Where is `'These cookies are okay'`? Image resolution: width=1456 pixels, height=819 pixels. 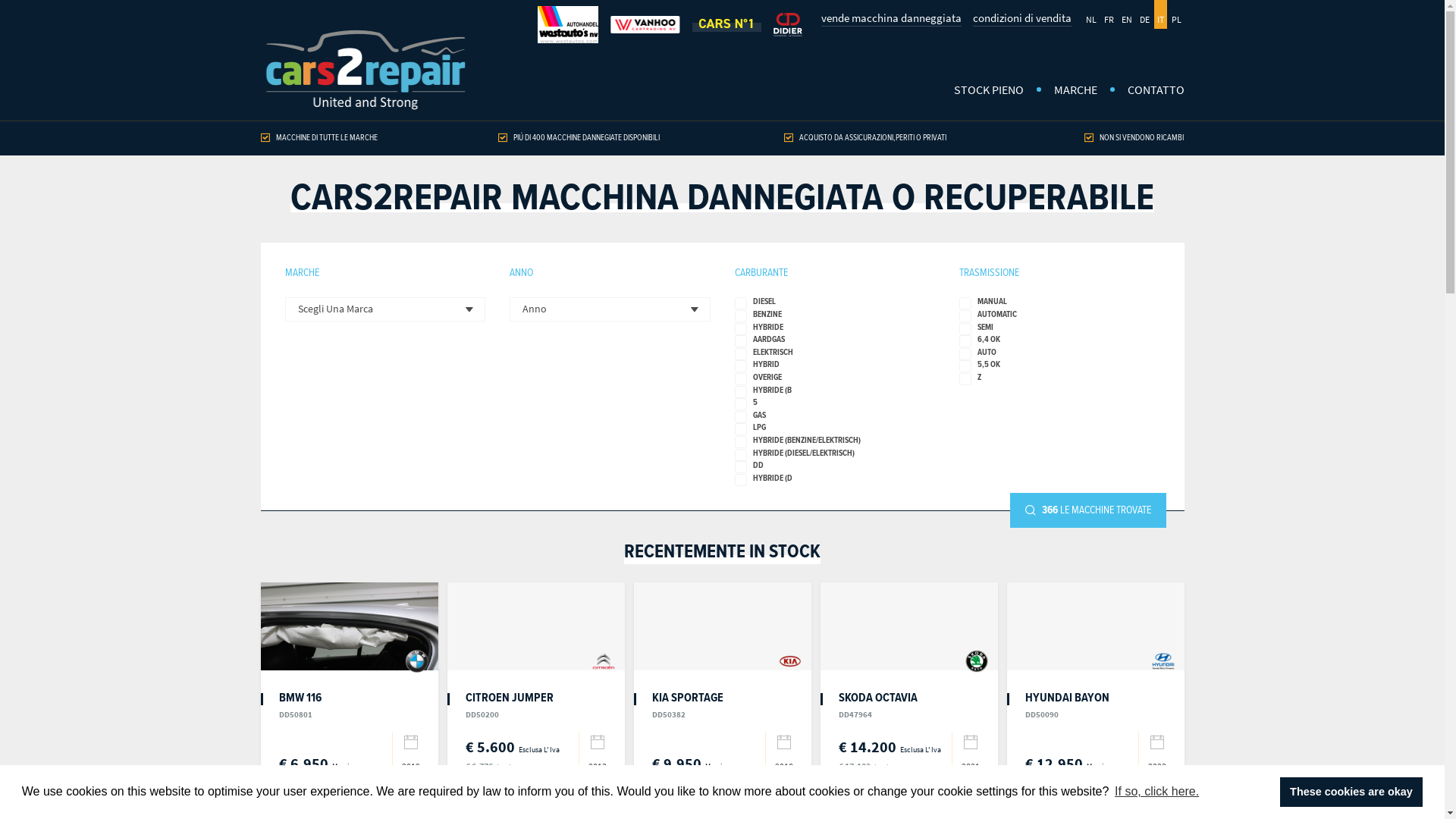
'These cookies are okay' is located at coordinates (1351, 791).